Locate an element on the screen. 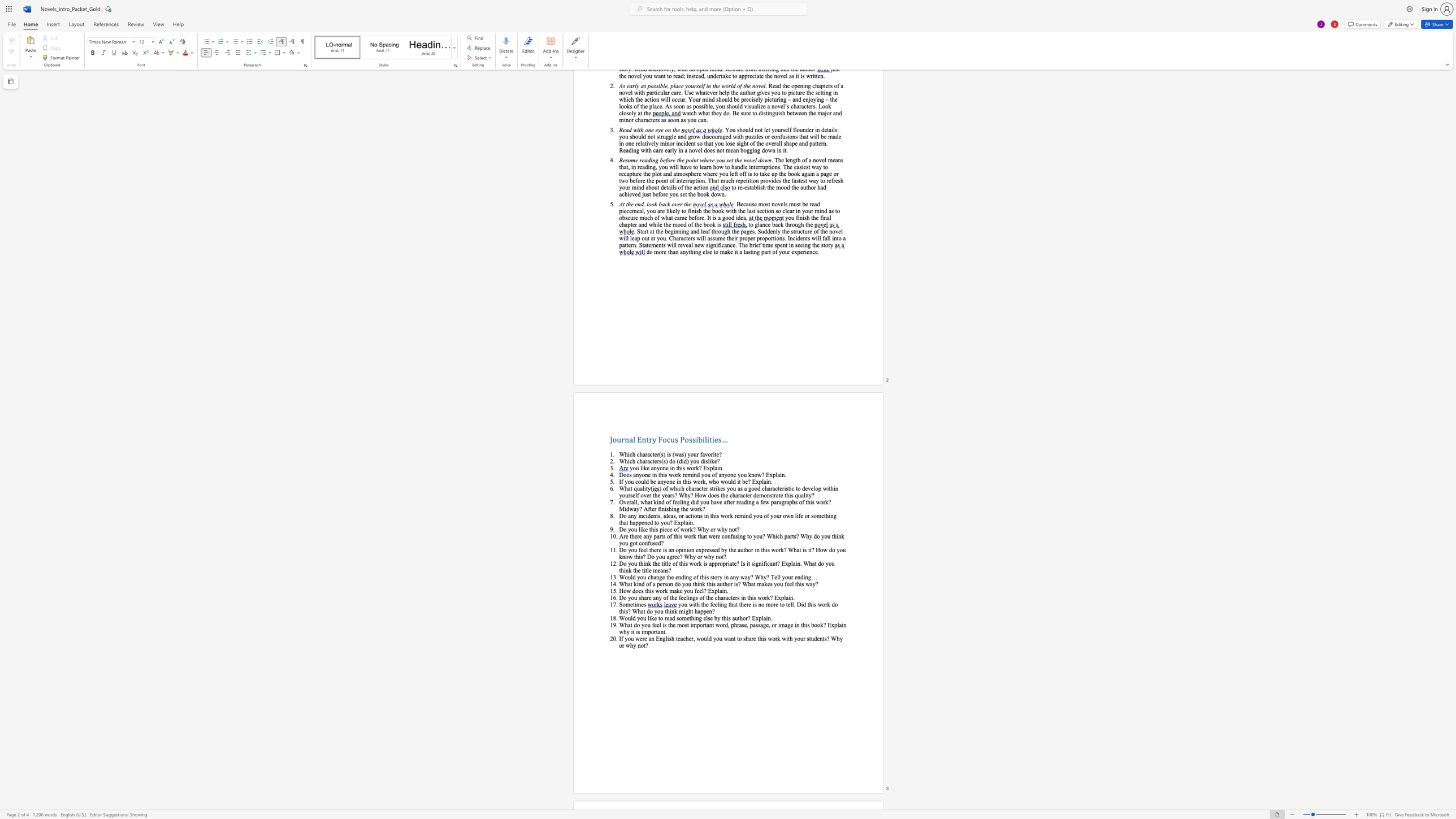 The height and width of the screenshot is (819, 1456). the subset text "o you think the title of this wor" within the text "Do you think the title of this work is" is located at coordinates (623, 563).